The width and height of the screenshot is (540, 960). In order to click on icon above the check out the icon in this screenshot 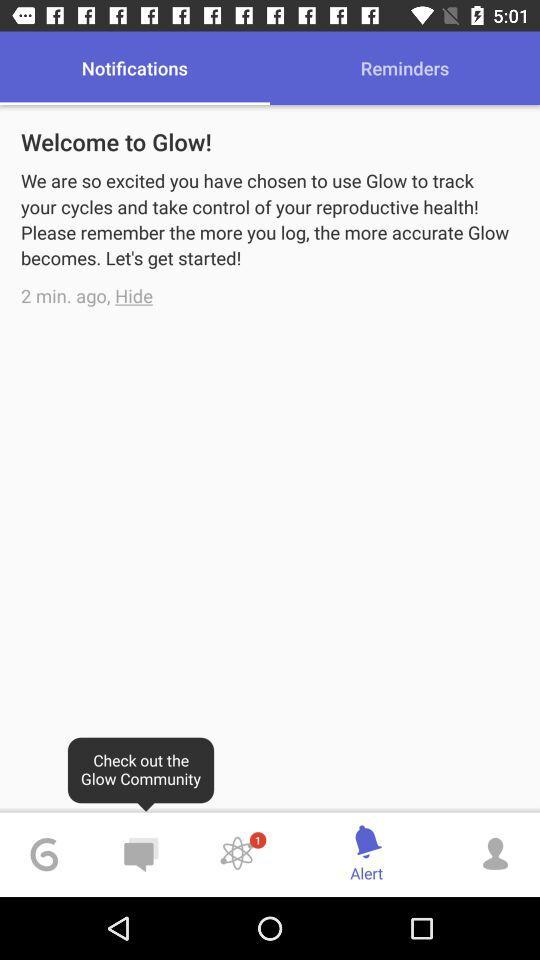, I will do `click(134, 294)`.